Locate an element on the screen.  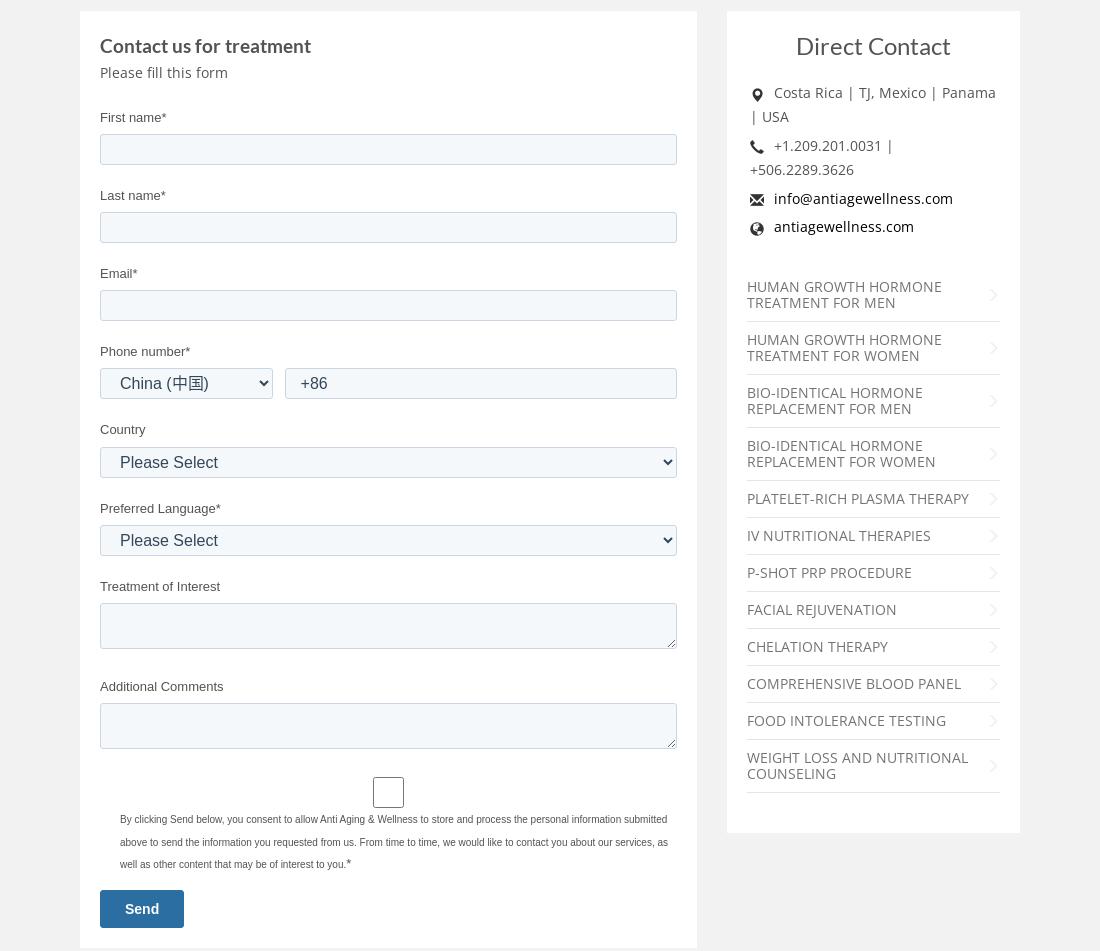
'Treatment of Interest' is located at coordinates (99, 584).